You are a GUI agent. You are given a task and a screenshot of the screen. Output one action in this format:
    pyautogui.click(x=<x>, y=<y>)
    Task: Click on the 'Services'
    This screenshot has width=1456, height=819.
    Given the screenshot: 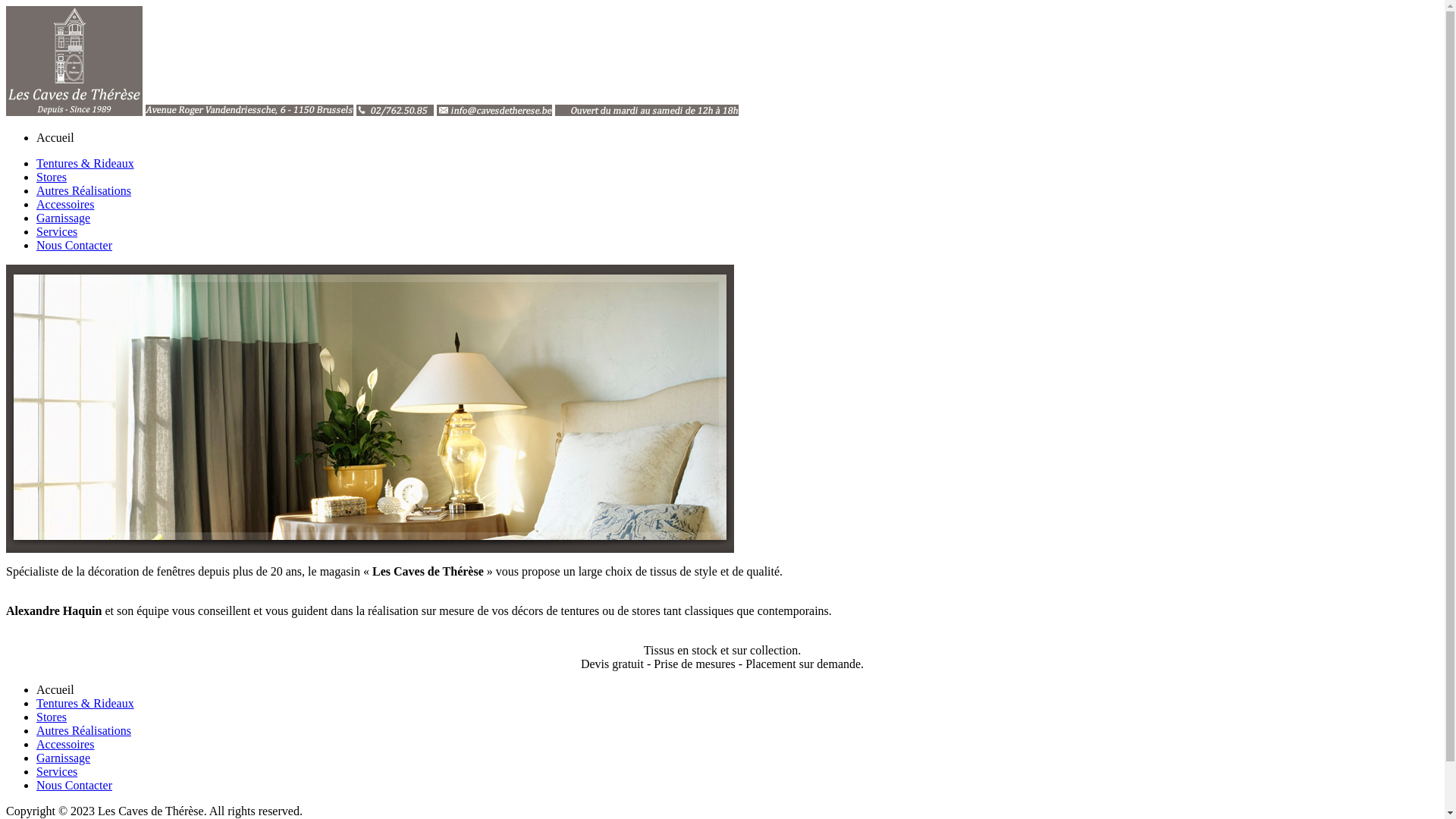 What is the action you would take?
    pyautogui.click(x=57, y=231)
    